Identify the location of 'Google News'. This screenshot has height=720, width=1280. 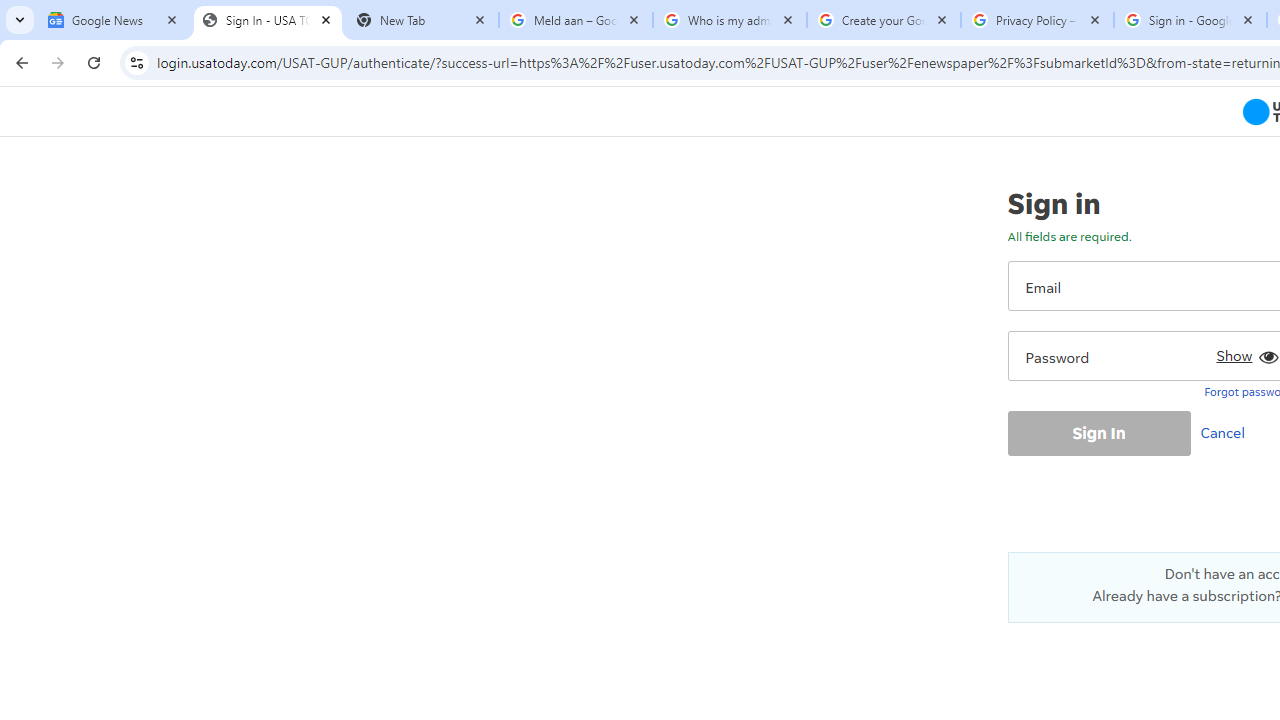
(112, 20).